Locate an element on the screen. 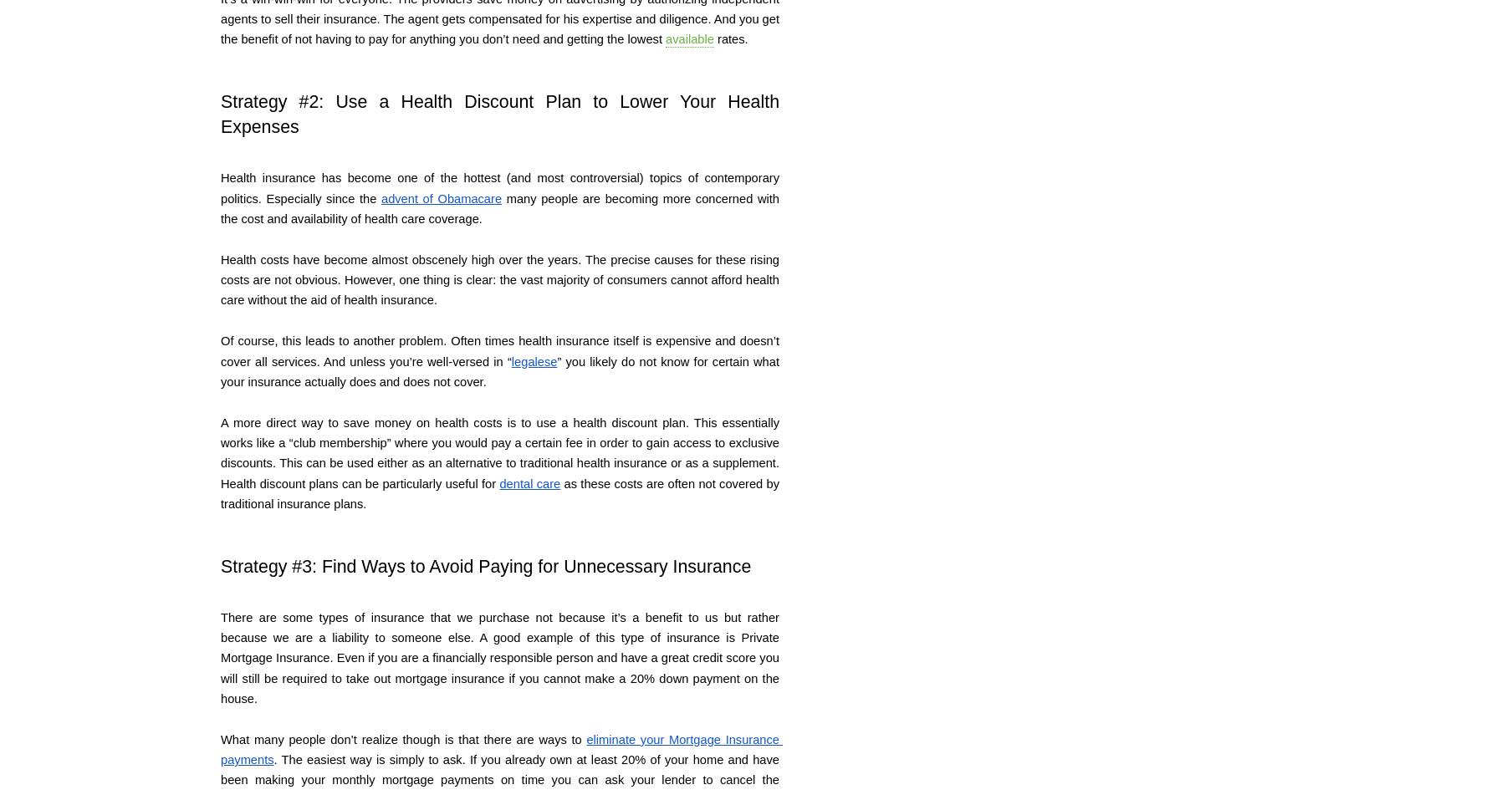 Image resolution: width=1512 pixels, height=795 pixels. 'Health costs have become almost obscenely high over the years. The precise causes for these rising costs are not obvious. However, one thing is clear: the vast majority of consumers cannot afford health care without the aid of health insurance.' is located at coordinates (501, 279).